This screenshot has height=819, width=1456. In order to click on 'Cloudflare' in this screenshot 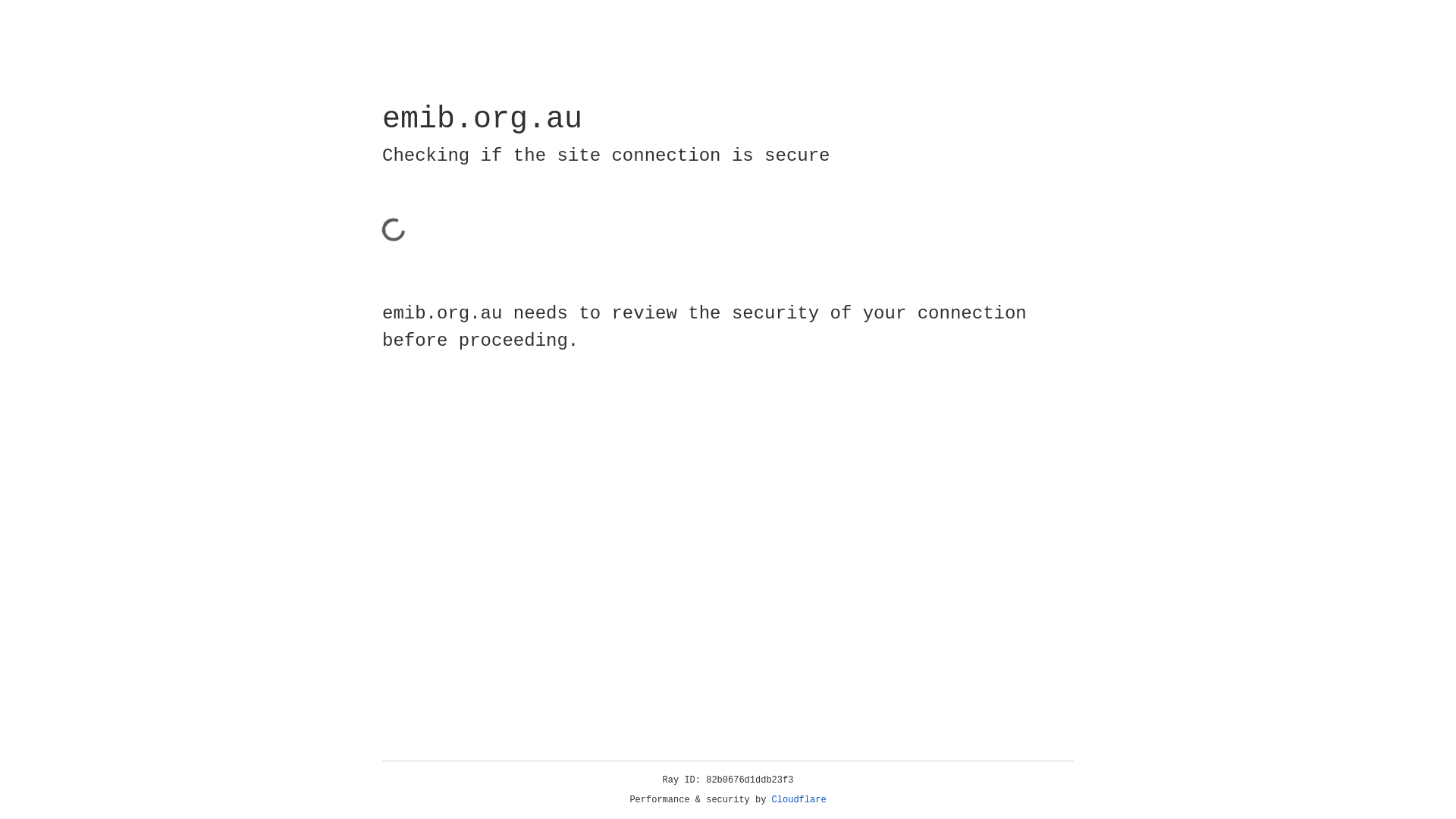, I will do `click(799, 799)`.